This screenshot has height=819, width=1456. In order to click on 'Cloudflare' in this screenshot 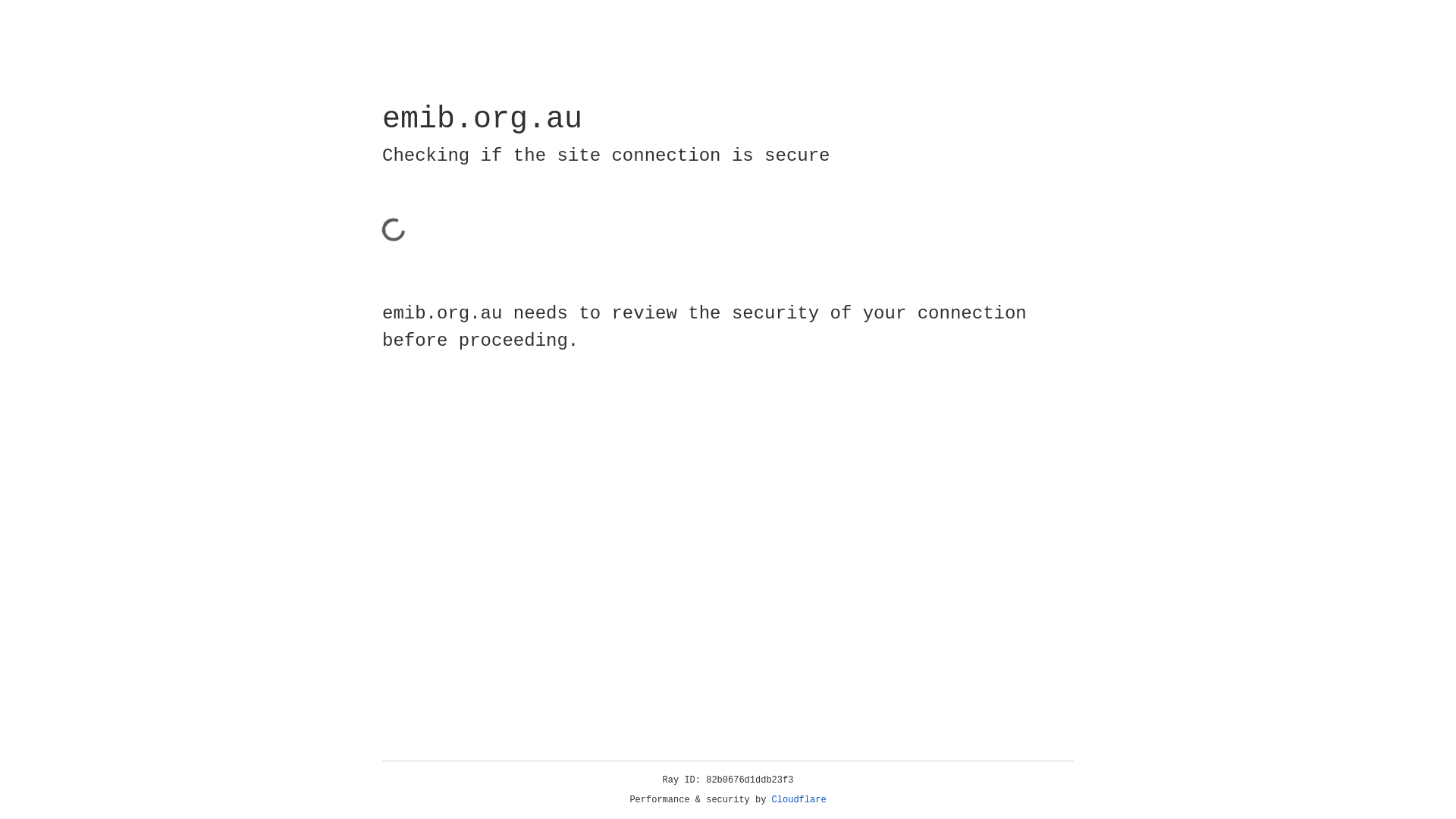, I will do `click(799, 799)`.